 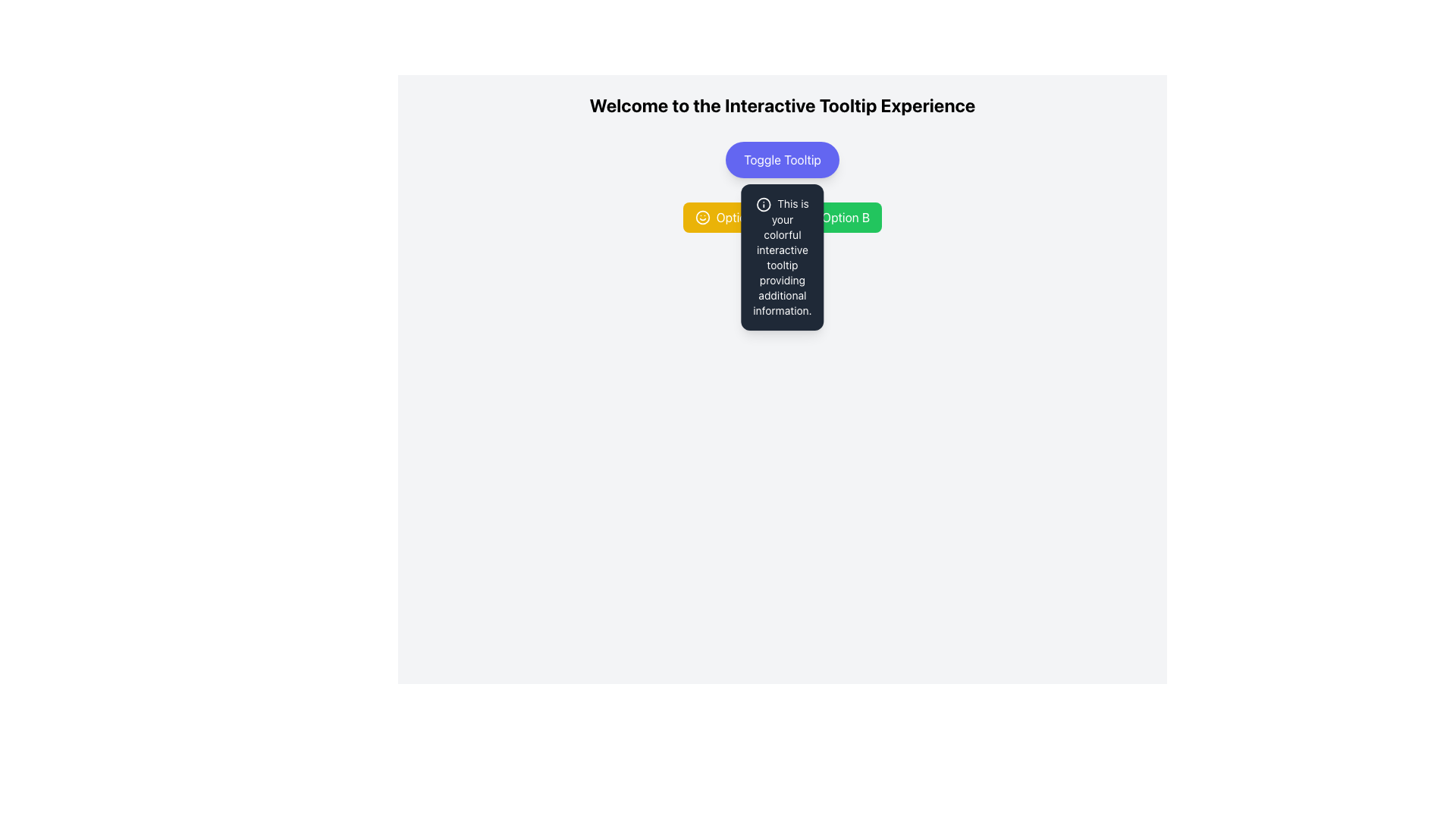 What do you see at coordinates (764, 205) in the screenshot?
I see `the icon that visually indicates additional information in the tooltip, located near the top of the dark rectangular tooltip box, slightly to the left of the textual content` at bounding box center [764, 205].